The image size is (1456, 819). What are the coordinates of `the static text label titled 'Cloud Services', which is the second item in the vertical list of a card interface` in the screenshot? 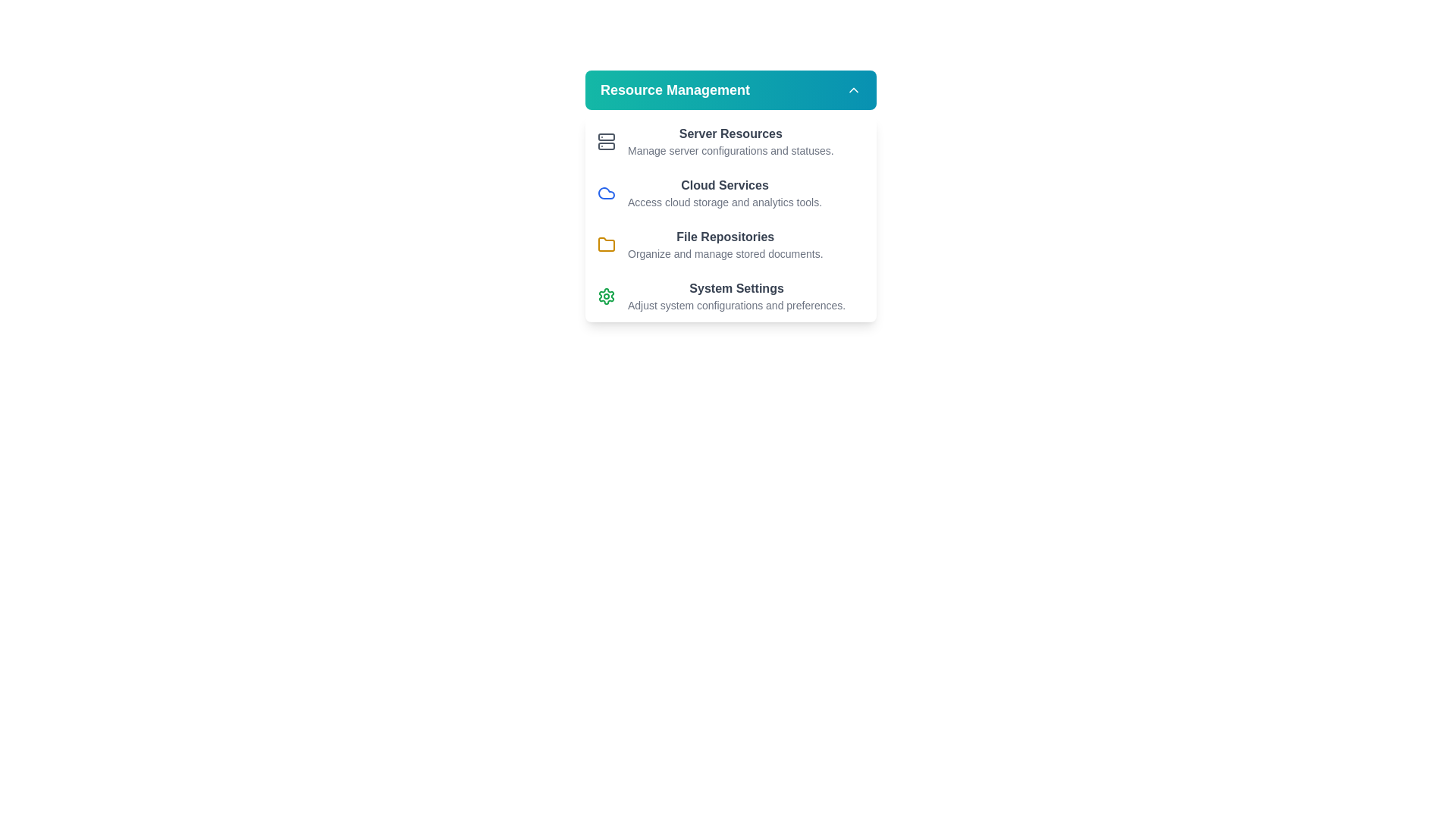 It's located at (723, 185).